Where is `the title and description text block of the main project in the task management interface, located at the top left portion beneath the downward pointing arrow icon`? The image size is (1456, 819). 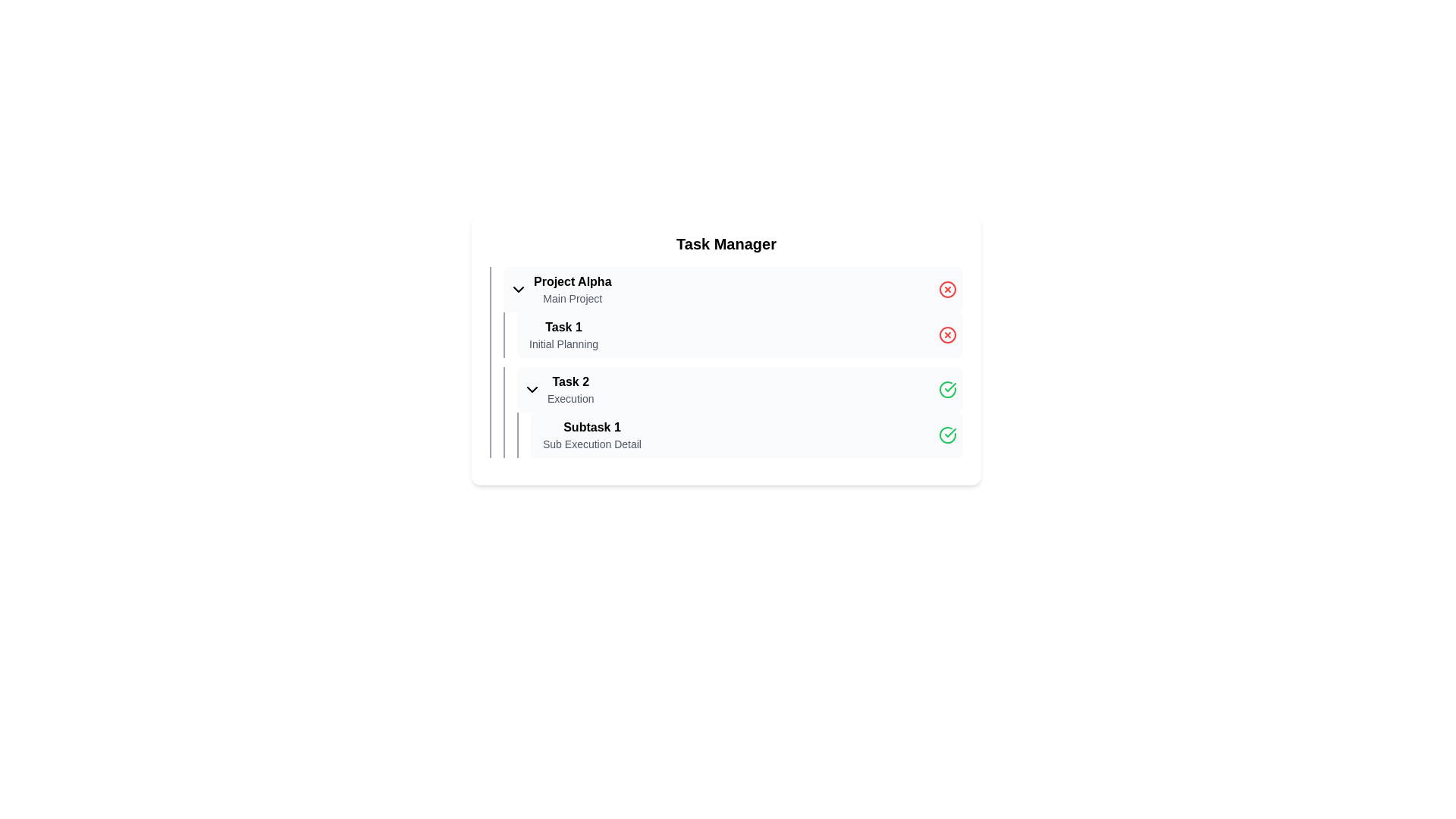 the title and description text block of the main project in the task management interface, located at the top left portion beneath the downward pointing arrow icon is located at coordinates (572, 289).